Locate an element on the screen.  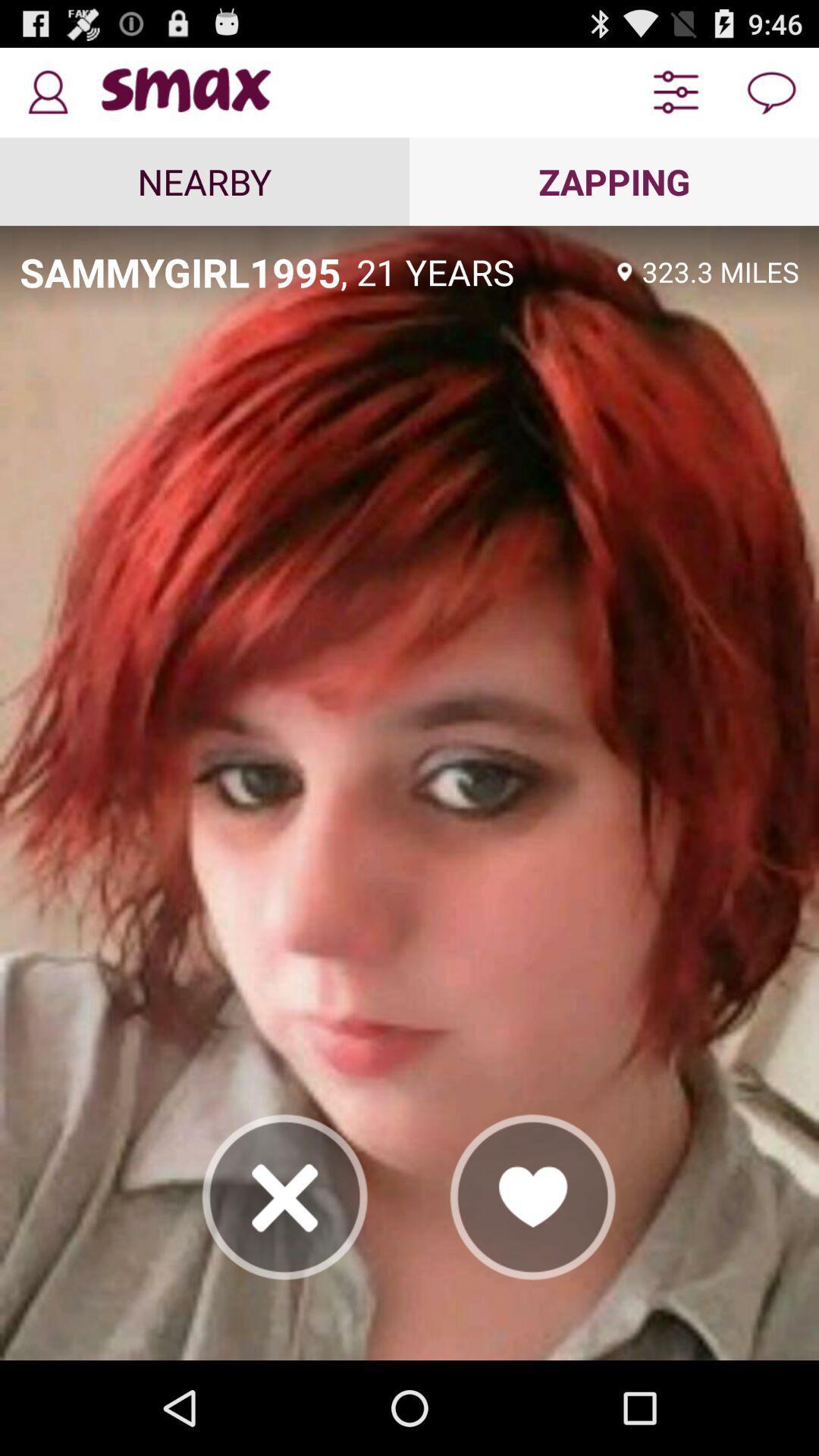
show settings is located at coordinates (675, 92).